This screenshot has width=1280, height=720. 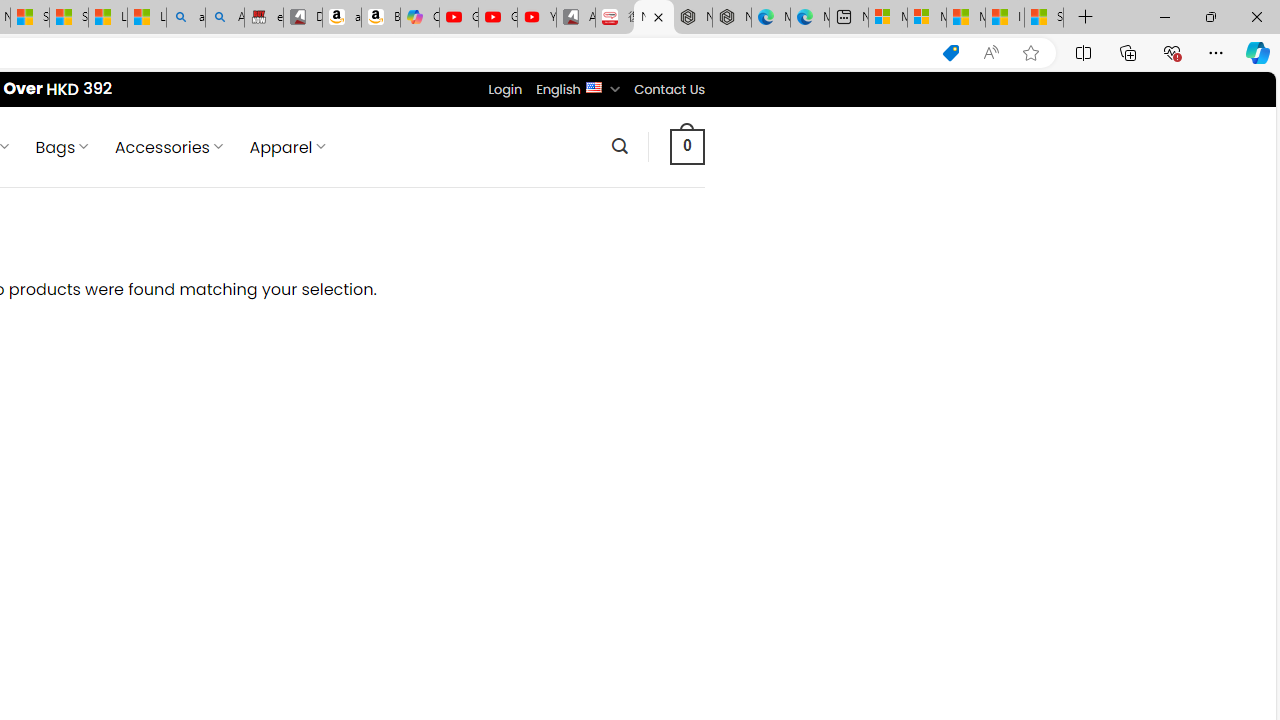 What do you see at coordinates (731, 17) in the screenshot?
I see `'Nordace - Nordace has arrived Hong Kong'` at bounding box center [731, 17].